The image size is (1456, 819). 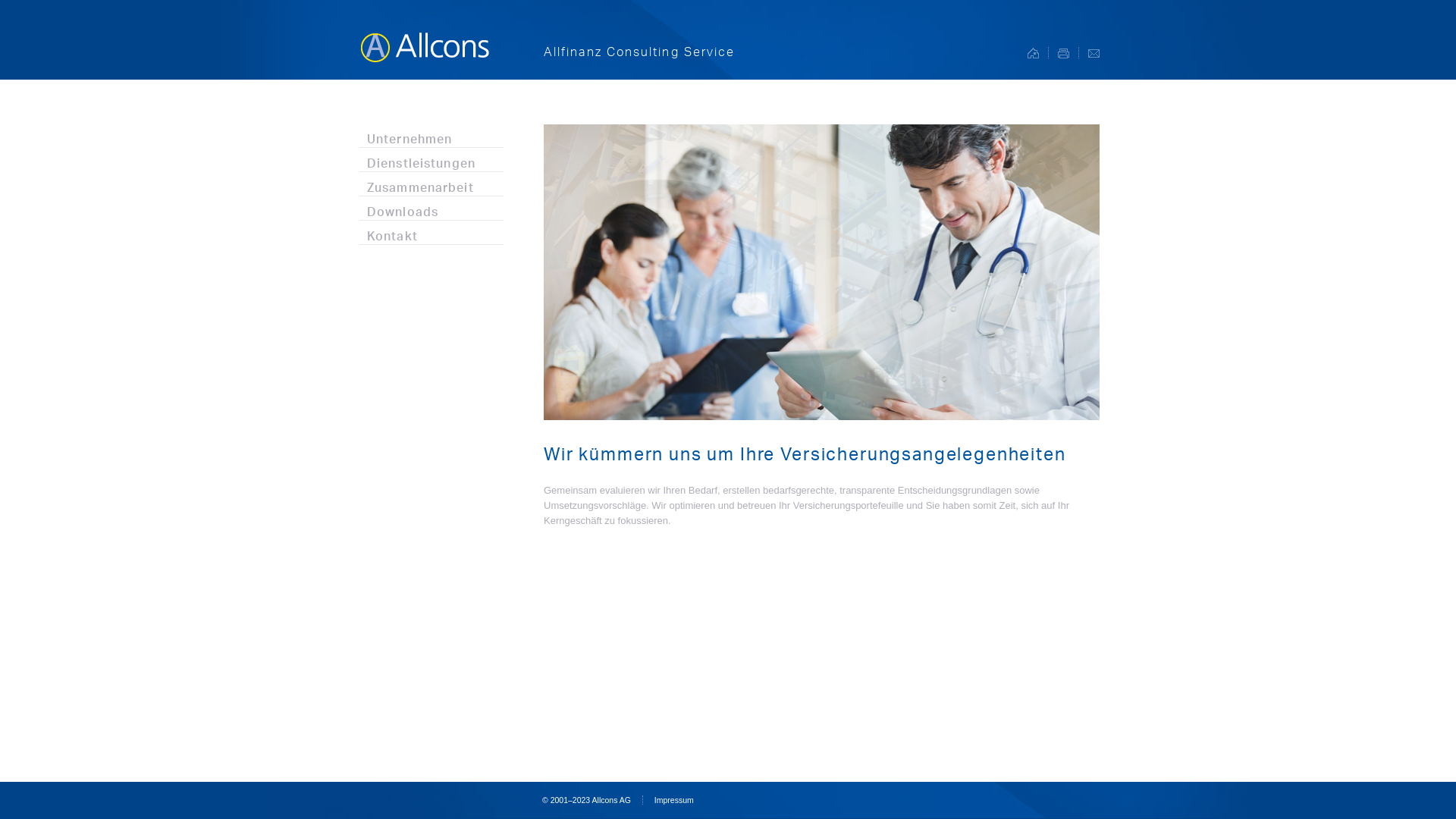 What do you see at coordinates (431, 232) in the screenshot?
I see `'Kontakt'` at bounding box center [431, 232].